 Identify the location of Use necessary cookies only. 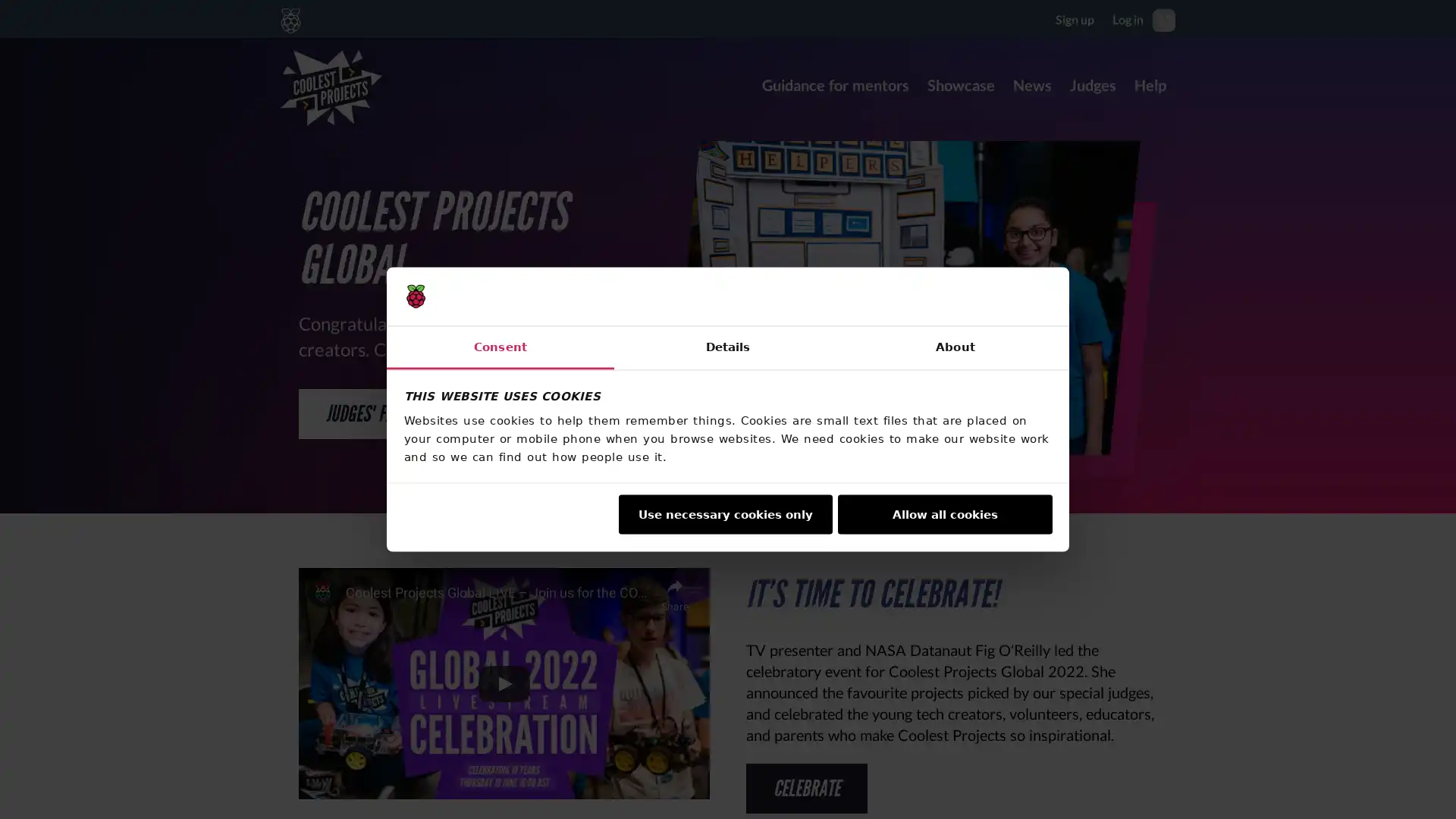
(723, 513).